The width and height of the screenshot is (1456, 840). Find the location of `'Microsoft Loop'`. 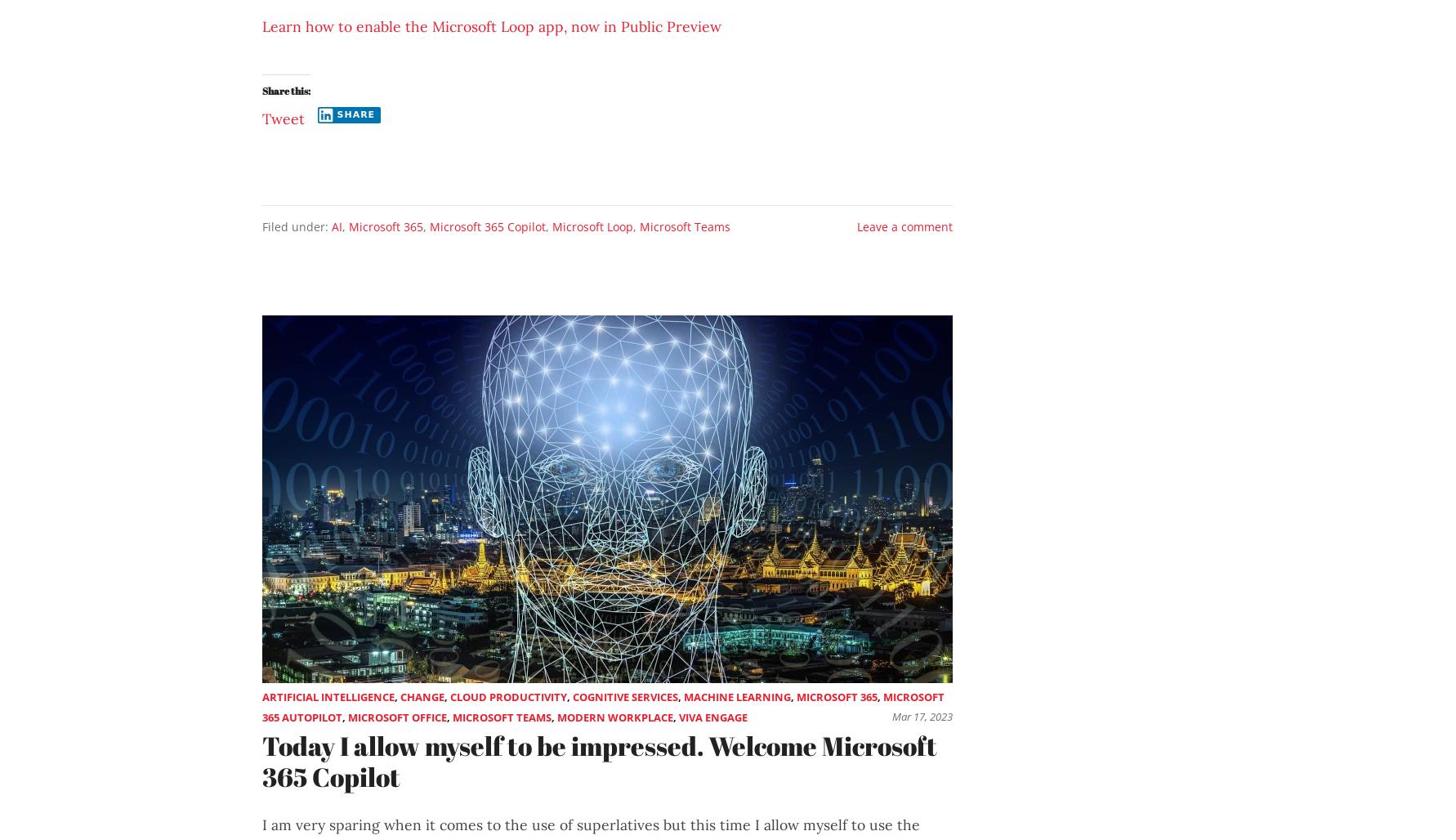

'Microsoft Loop' is located at coordinates (592, 226).